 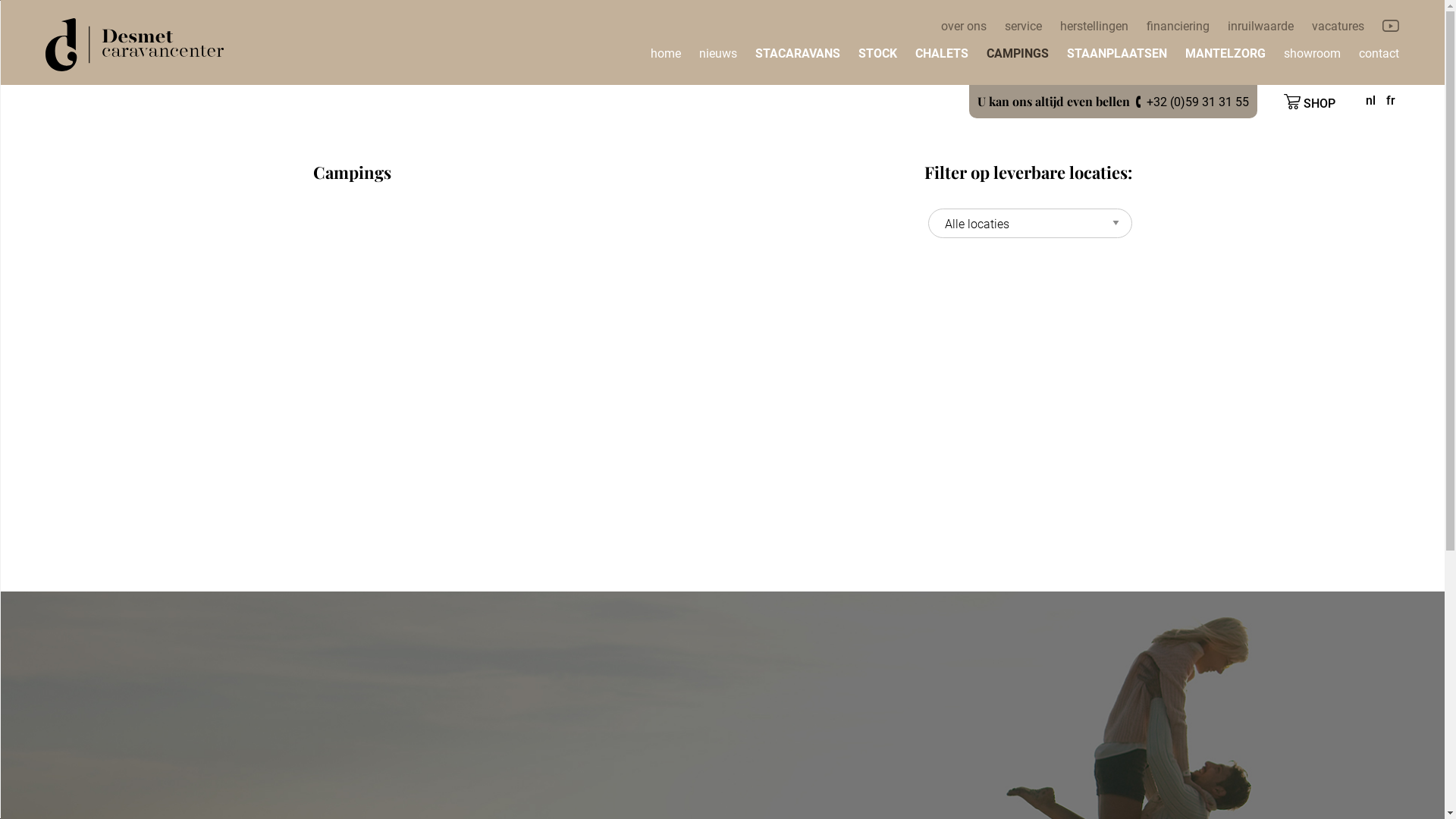 I want to click on 'over ons', so click(x=963, y=26).